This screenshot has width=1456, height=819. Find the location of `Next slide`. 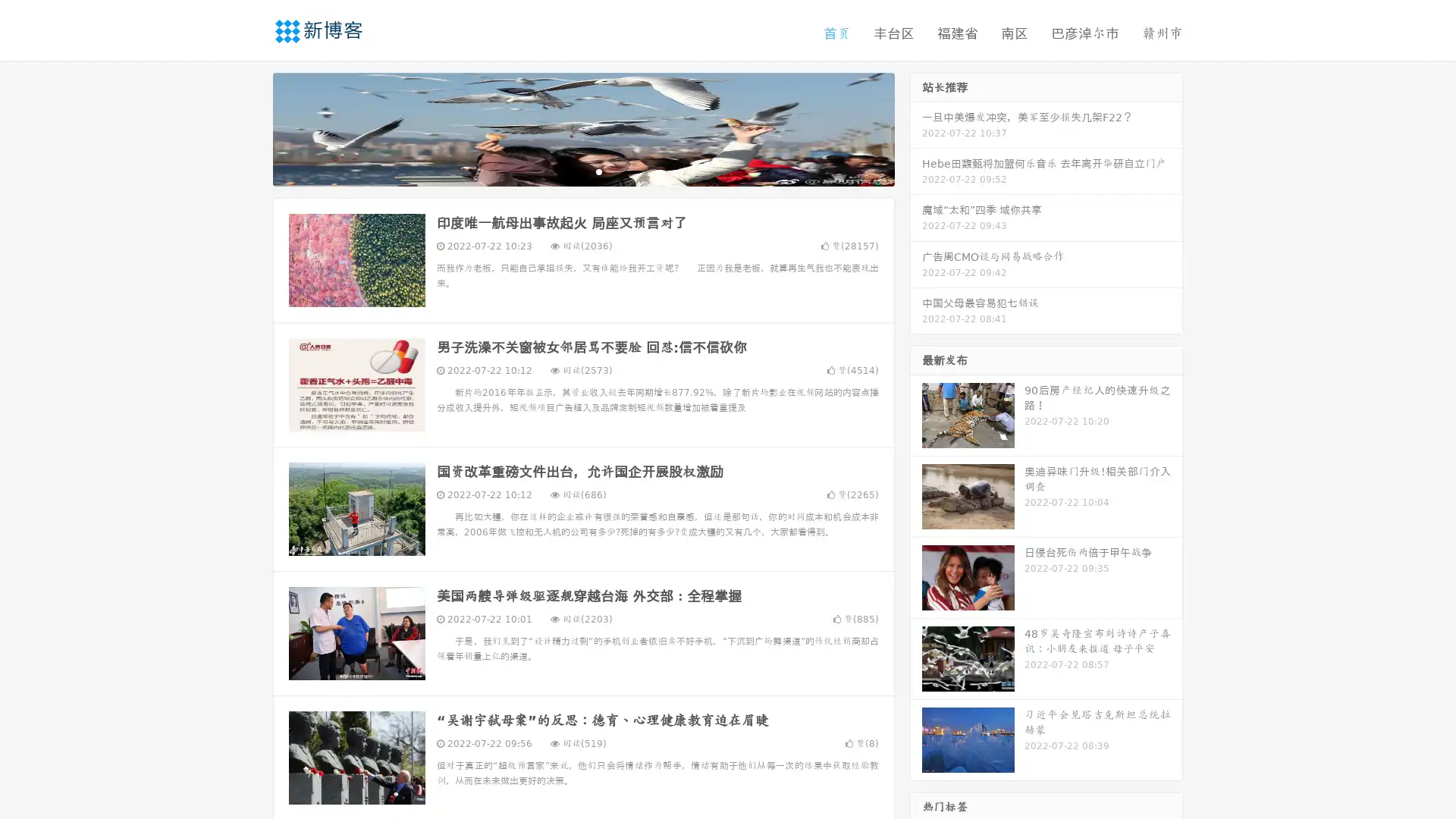

Next slide is located at coordinates (916, 127).